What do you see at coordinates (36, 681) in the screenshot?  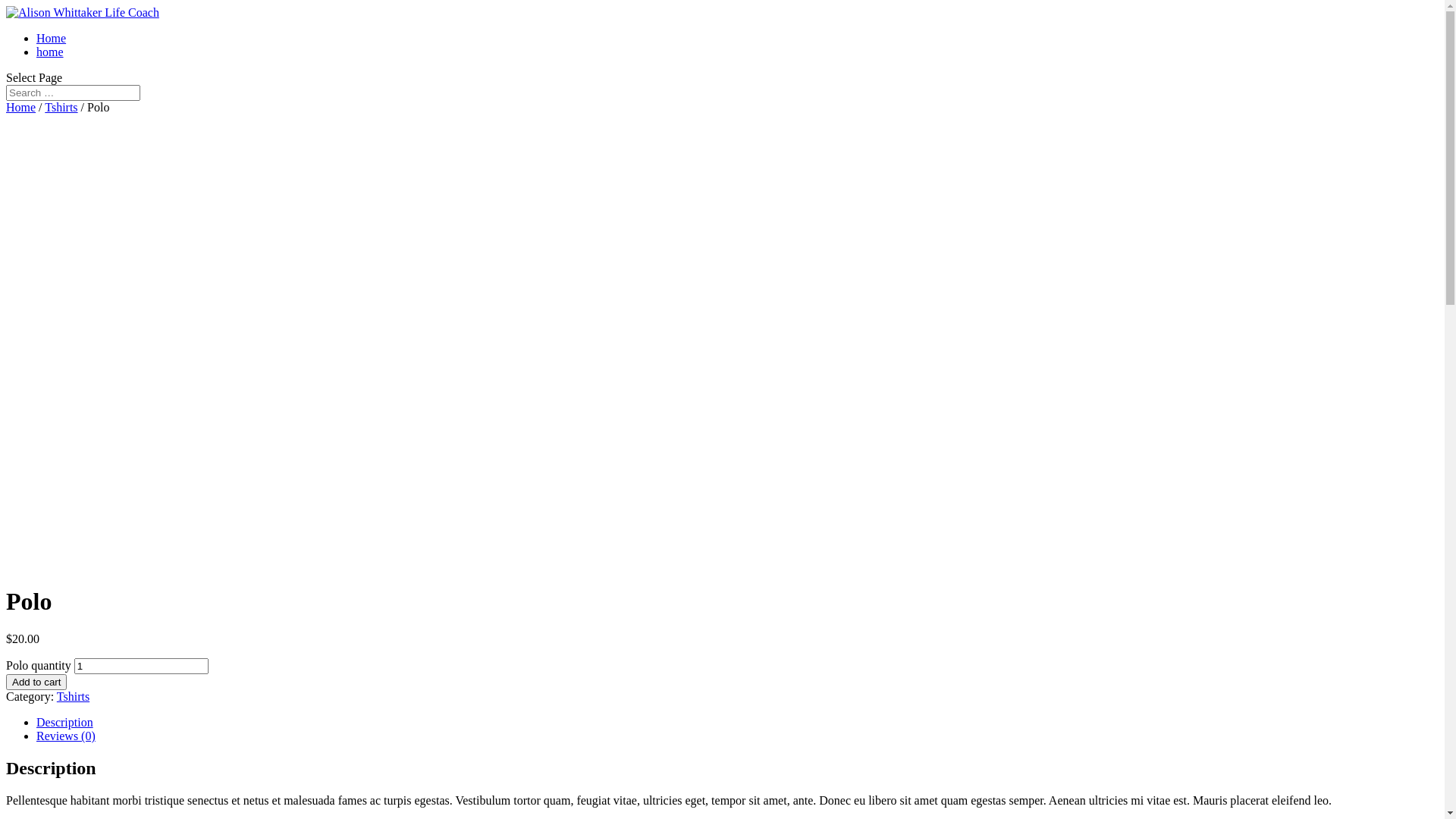 I see `'Add to cart'` at bounding box center [36, 681].